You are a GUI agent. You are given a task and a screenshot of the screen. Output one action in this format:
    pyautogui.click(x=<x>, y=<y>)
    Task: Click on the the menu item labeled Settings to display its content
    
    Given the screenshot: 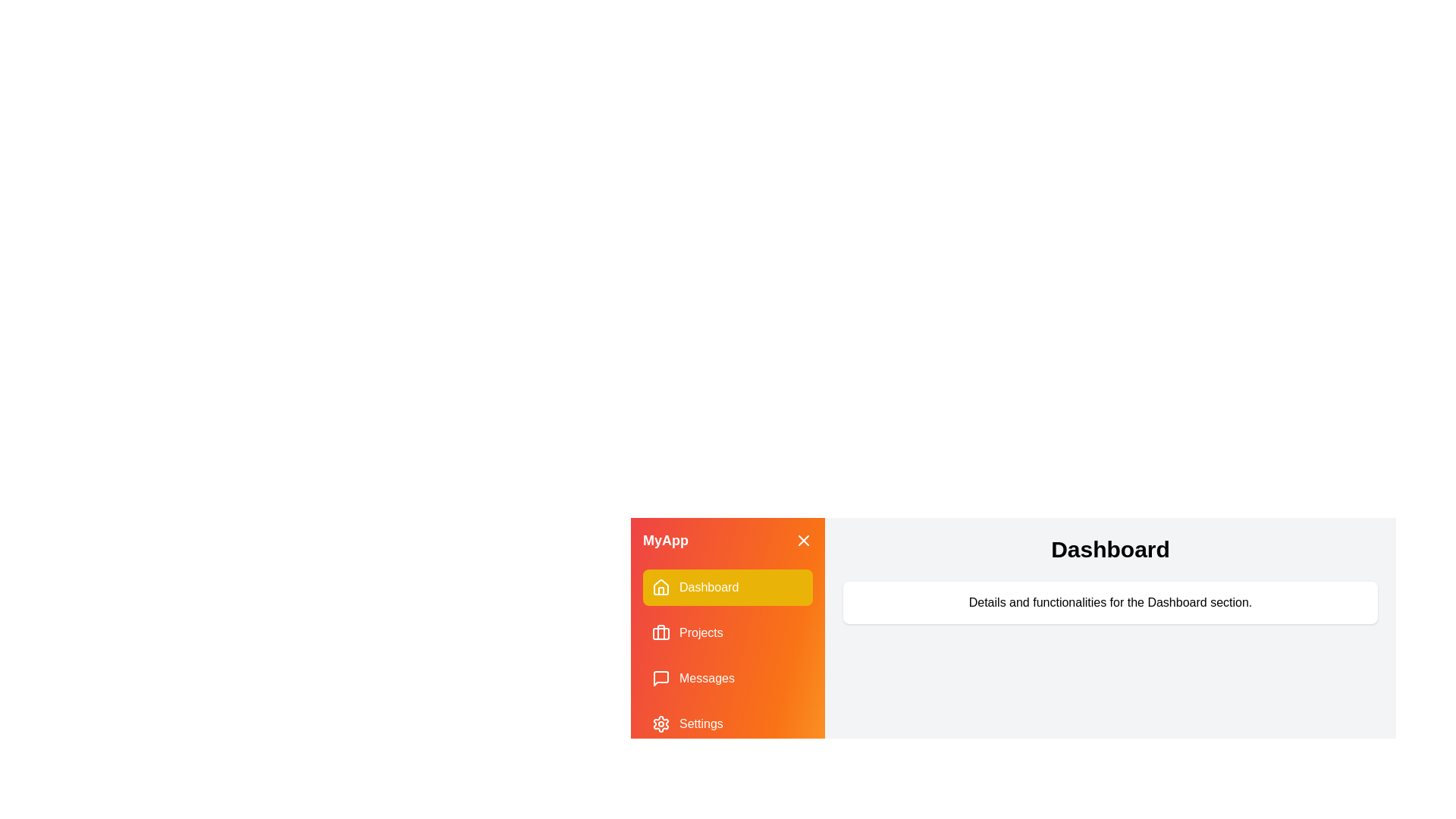 What is the action you would take?
    pyautogui.click(x=728, y=723)
    